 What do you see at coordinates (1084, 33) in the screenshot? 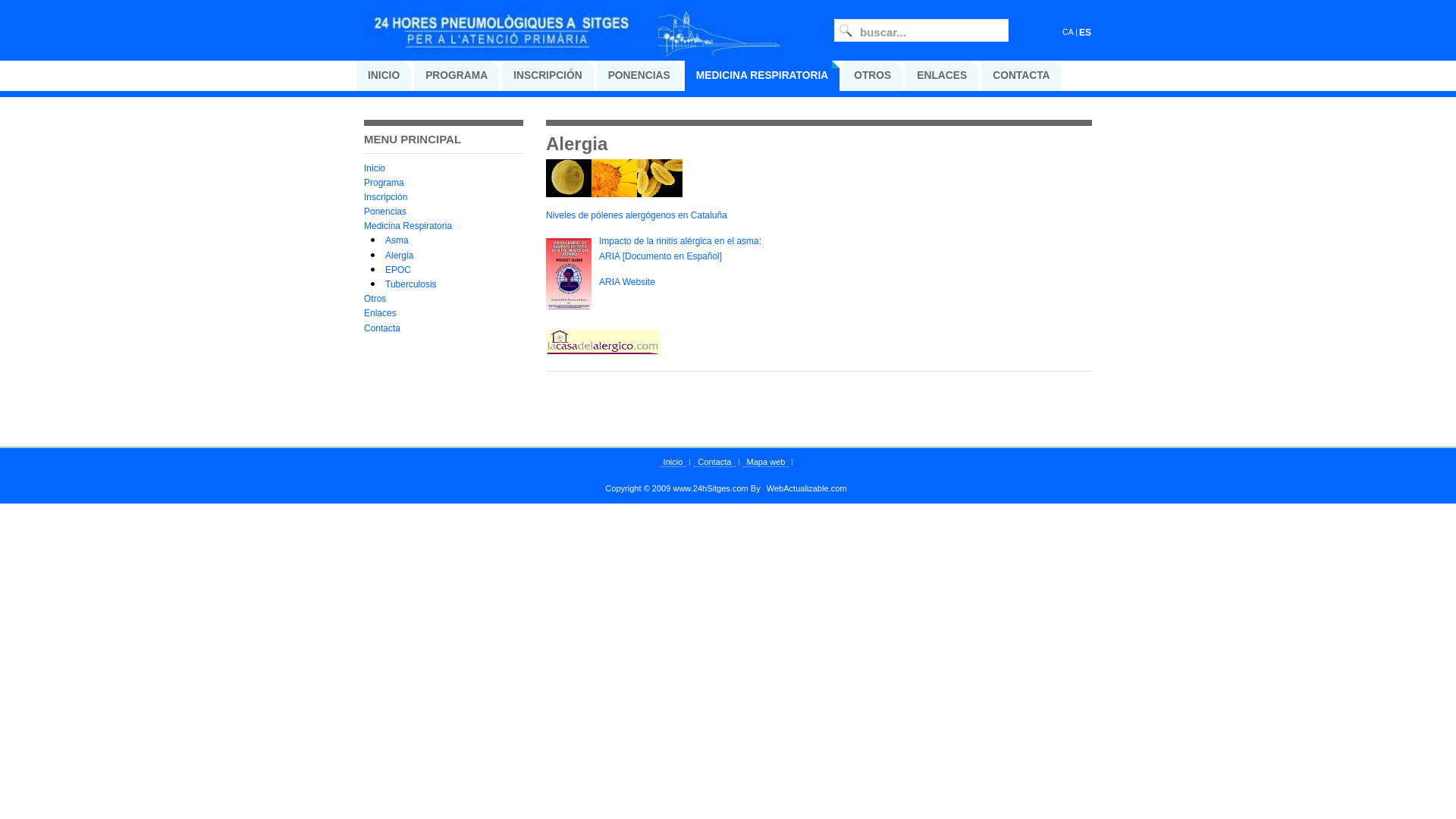
I see `'ES'` at bounding box center [1084, 33].